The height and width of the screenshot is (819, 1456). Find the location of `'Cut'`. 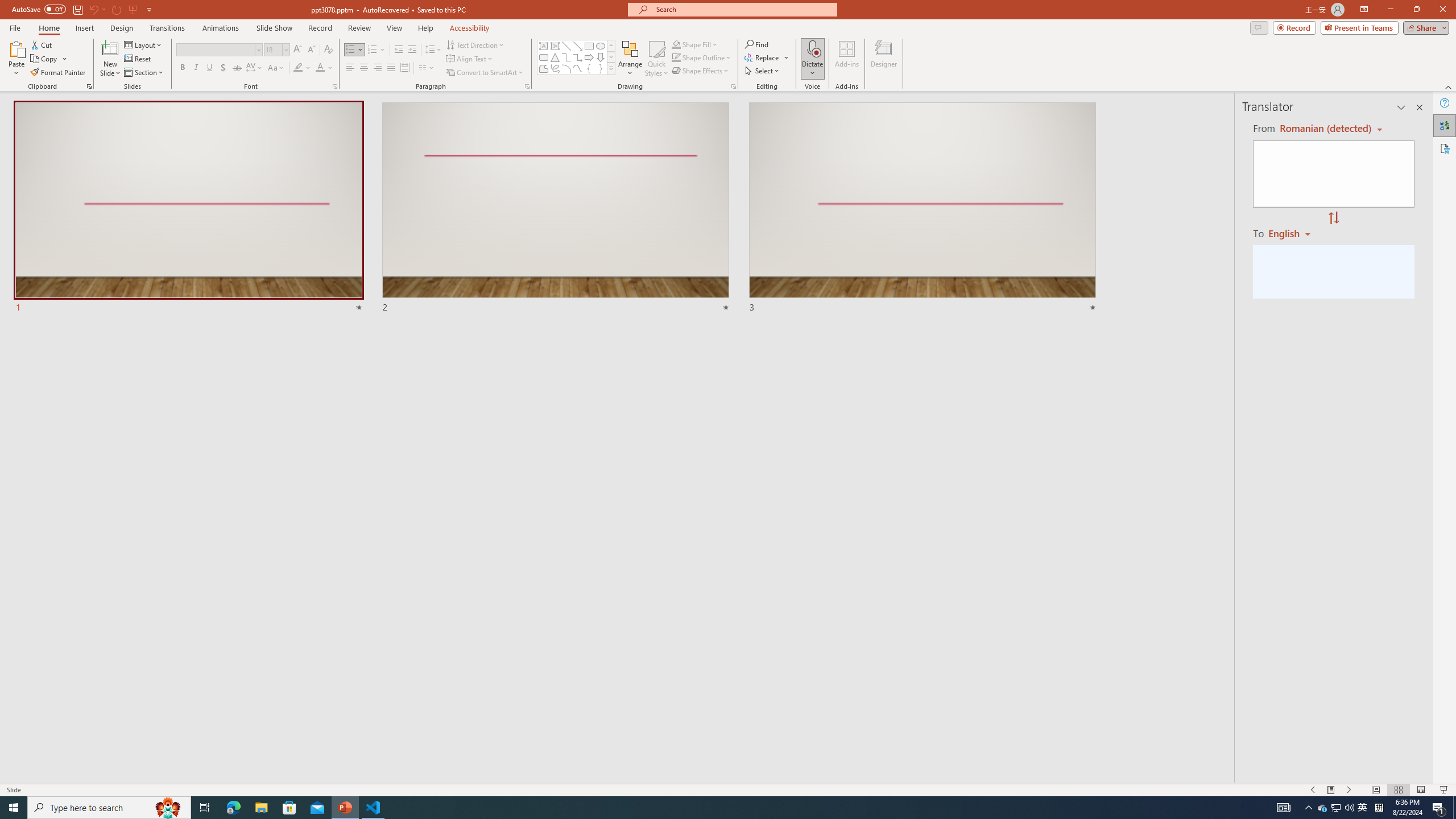

'Cut' is located at coordinates (42, 44).